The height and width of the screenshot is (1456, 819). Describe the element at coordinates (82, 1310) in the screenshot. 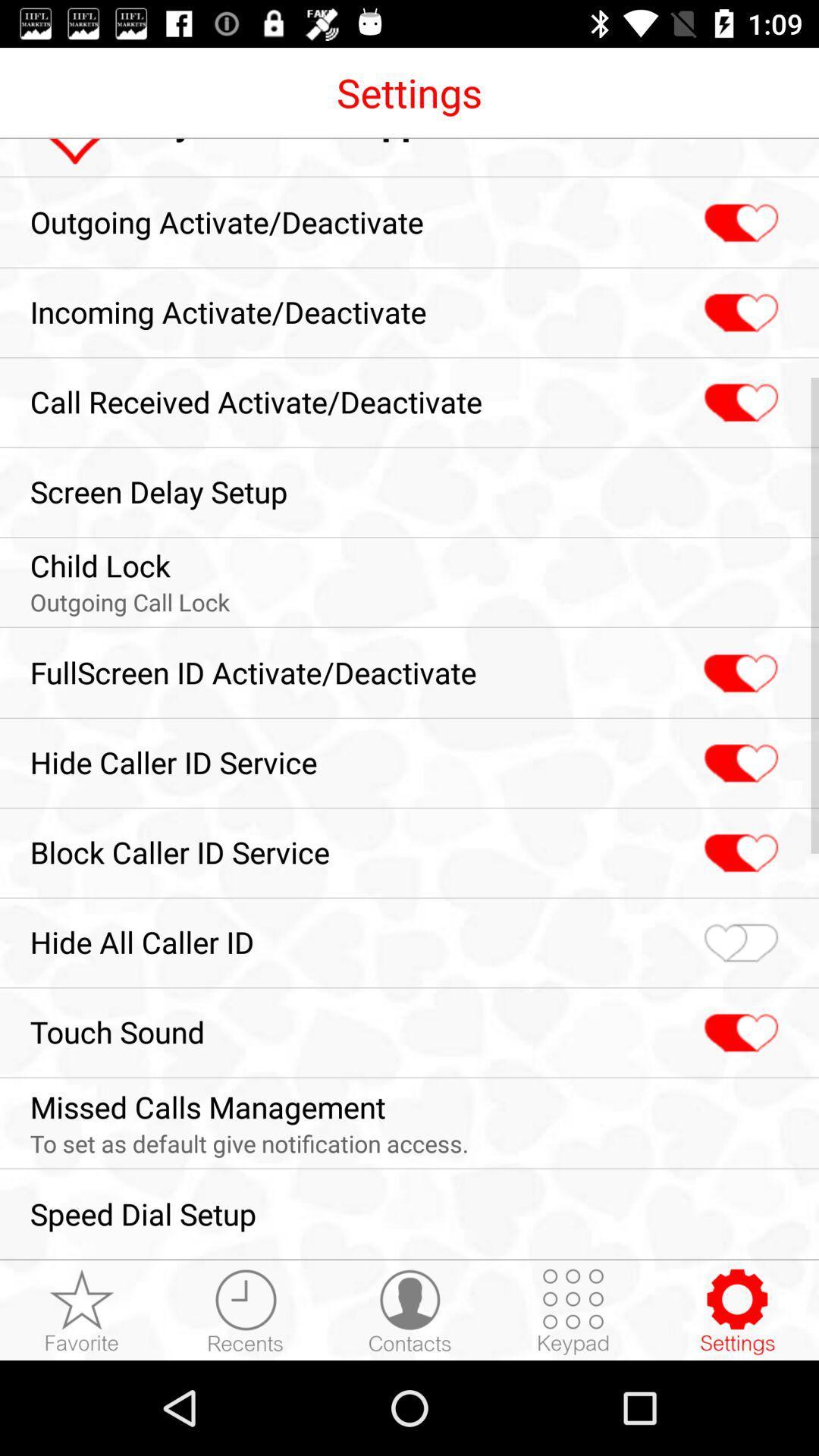

I see `the star icon` at that location.